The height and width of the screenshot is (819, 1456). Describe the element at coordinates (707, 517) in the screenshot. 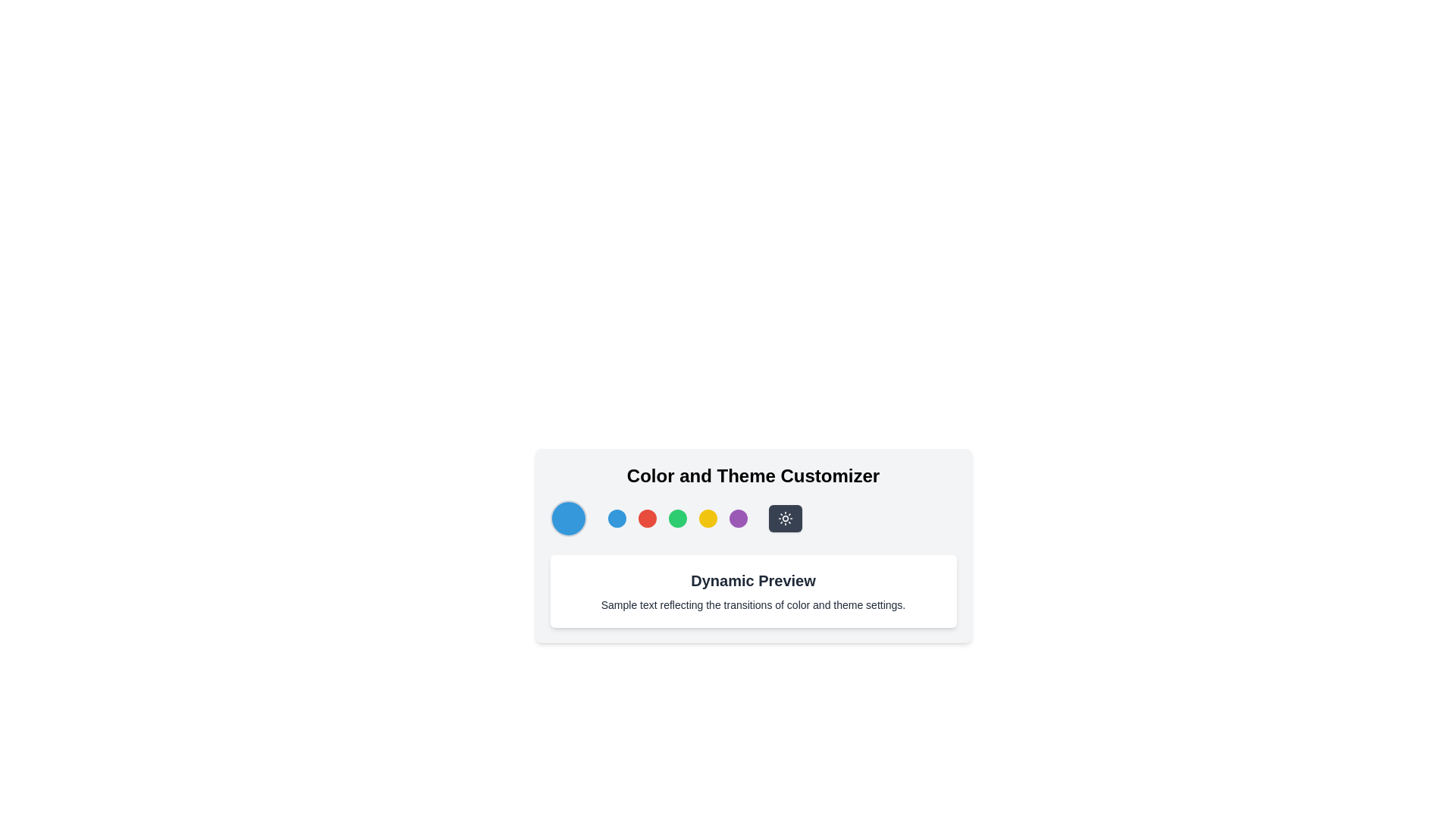

I see `the fourth circular button in the toolbar that represents a yellow color option, located between the green button on the left and the purple button on the right` at that location.